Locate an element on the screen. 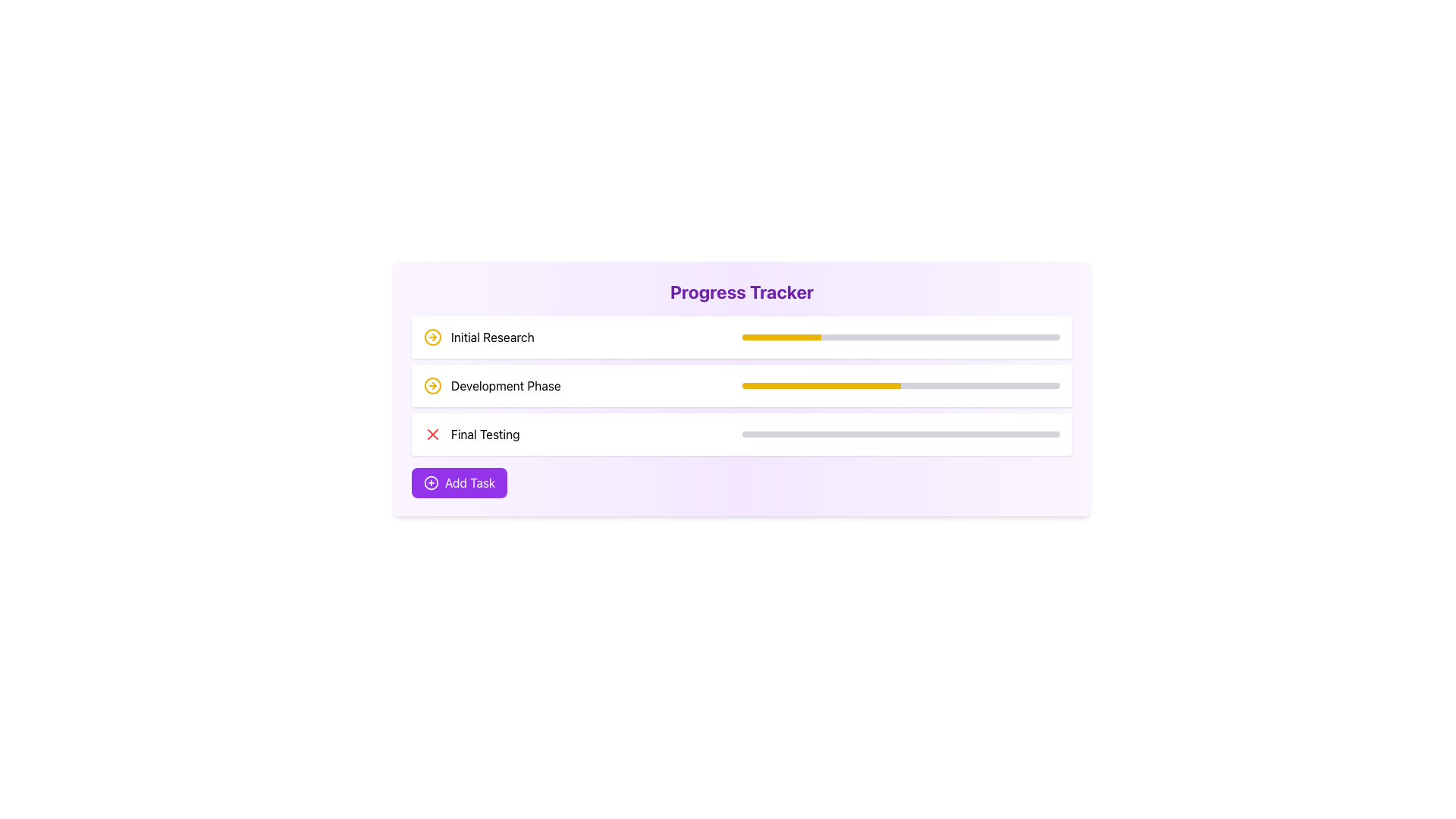 The width and height of the screenshot is (1456, 819). the progress visually by focusing on the yellow rectangular bar within the 'Development Phase' progress indicator, which fills approximately half of the progress bar is located at coordinates (821, 385).